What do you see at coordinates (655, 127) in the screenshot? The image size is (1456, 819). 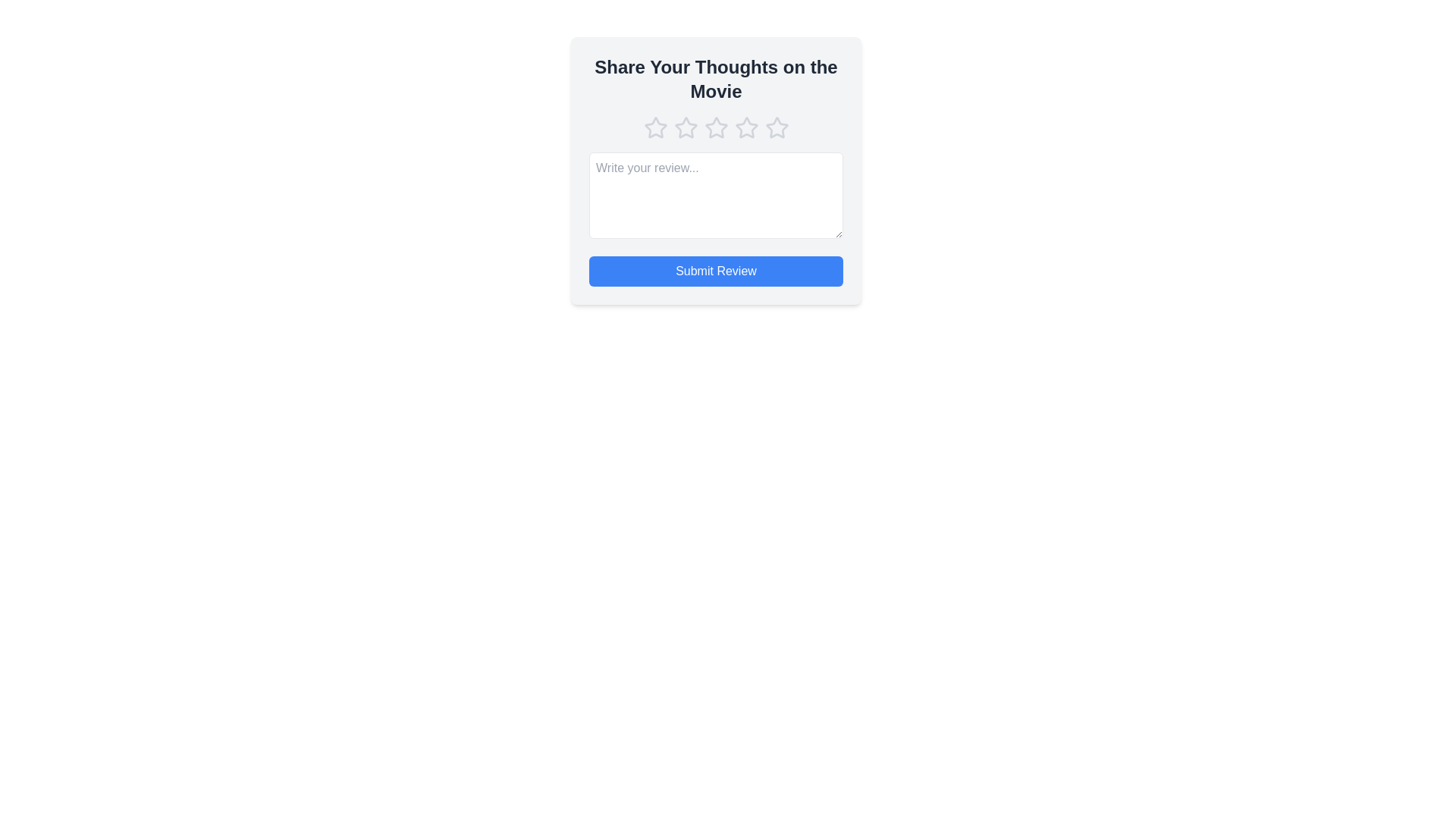 I see `the first star icon in the rating system` at bounding box center [655, 127].